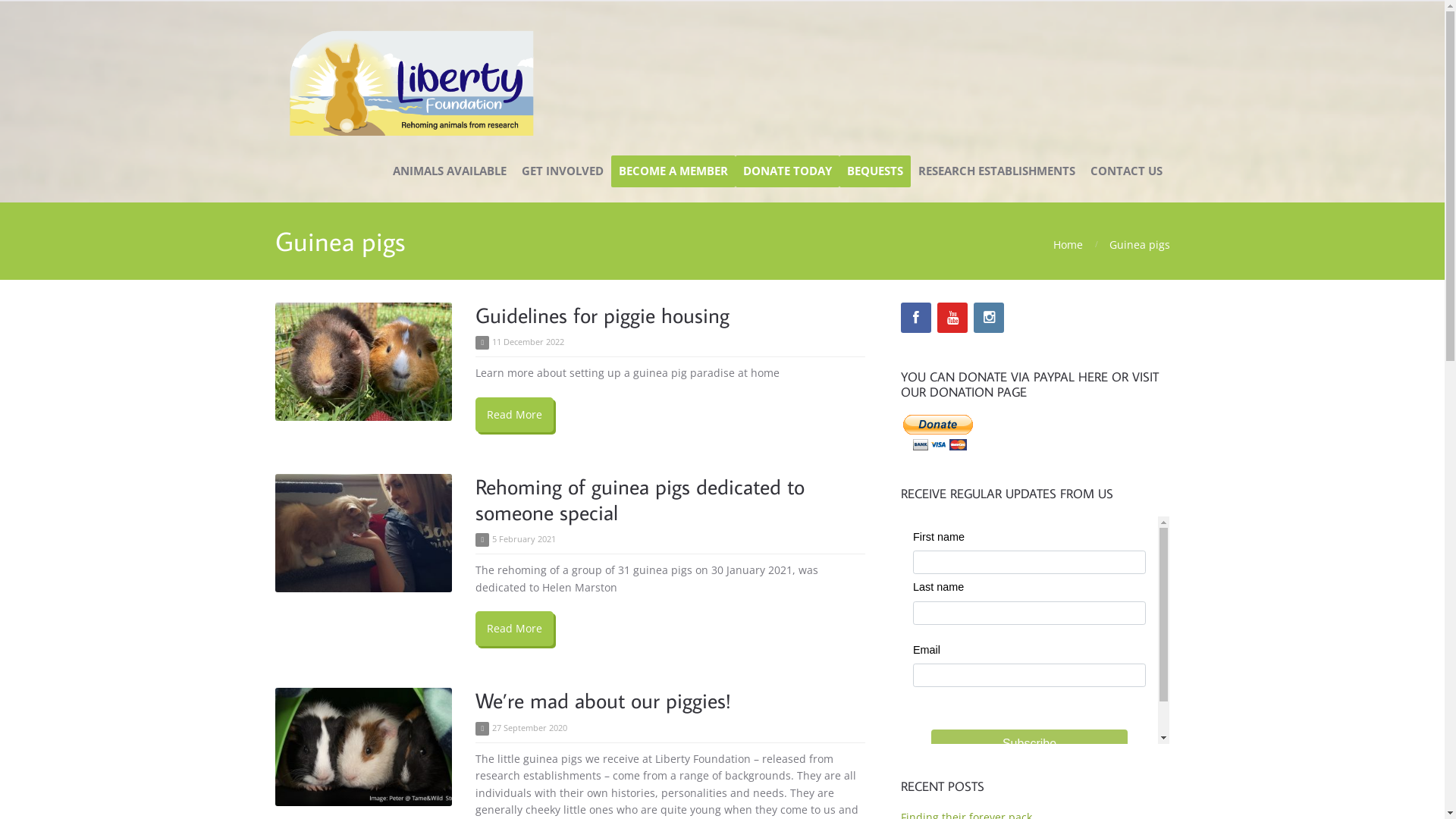  Describe the element at coordinates (673, 171) in the screenshot. I see `'BECOME A MEMBER'` at that location.